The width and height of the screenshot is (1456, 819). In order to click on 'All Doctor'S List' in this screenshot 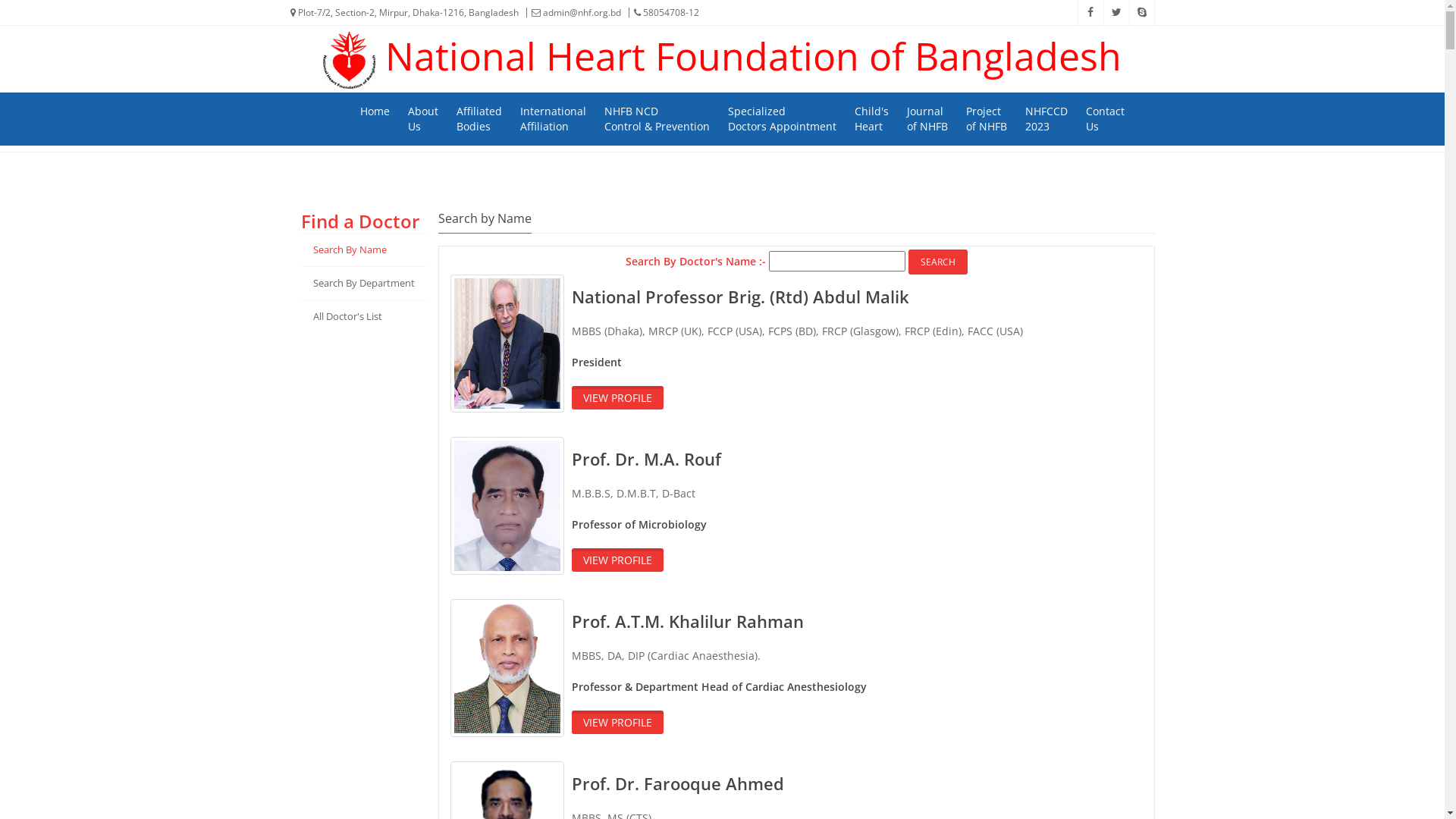, I will do `click(362, 315)`.